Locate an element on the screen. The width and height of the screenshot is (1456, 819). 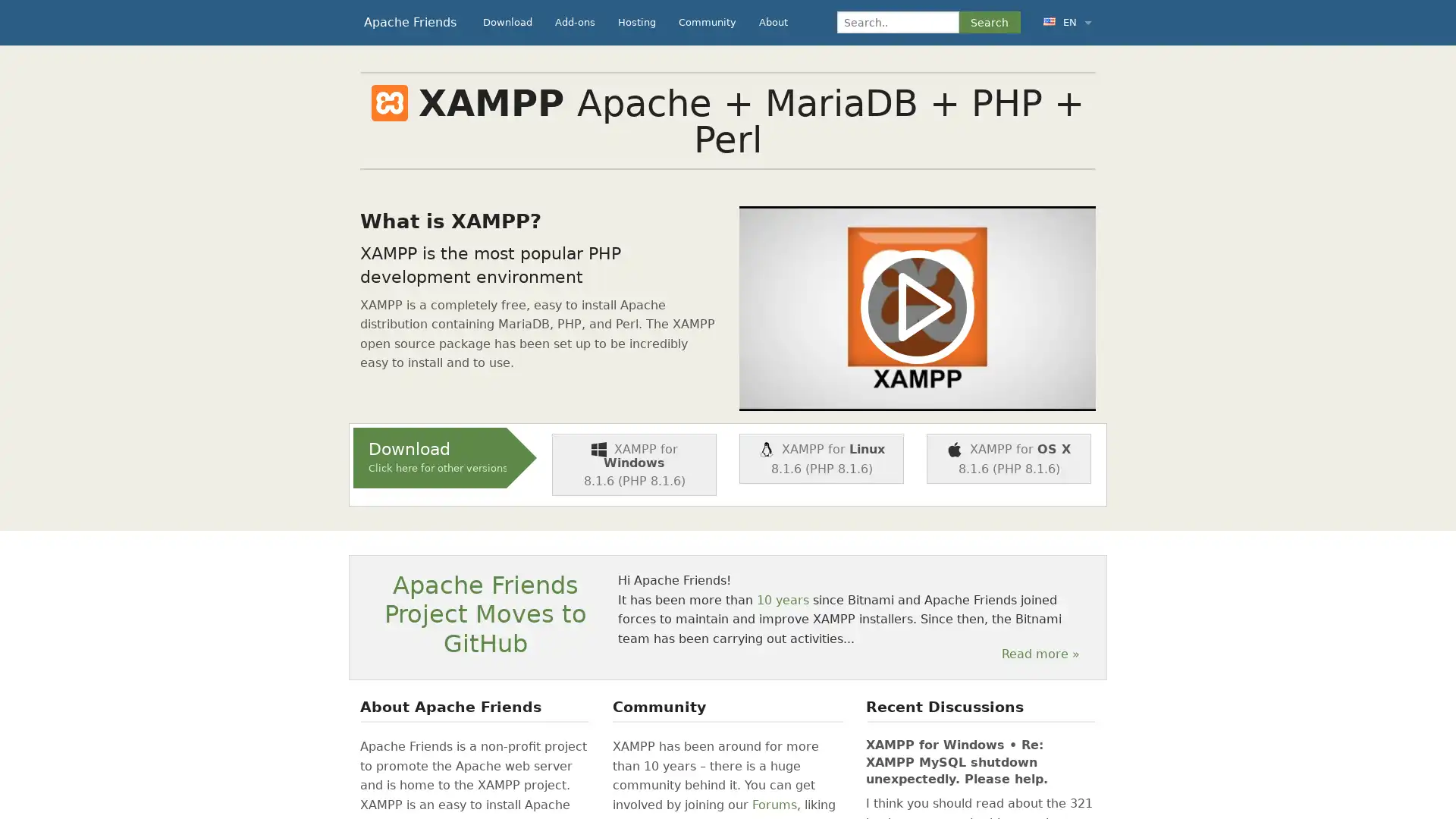
Search is located at coordinates (989, 22).